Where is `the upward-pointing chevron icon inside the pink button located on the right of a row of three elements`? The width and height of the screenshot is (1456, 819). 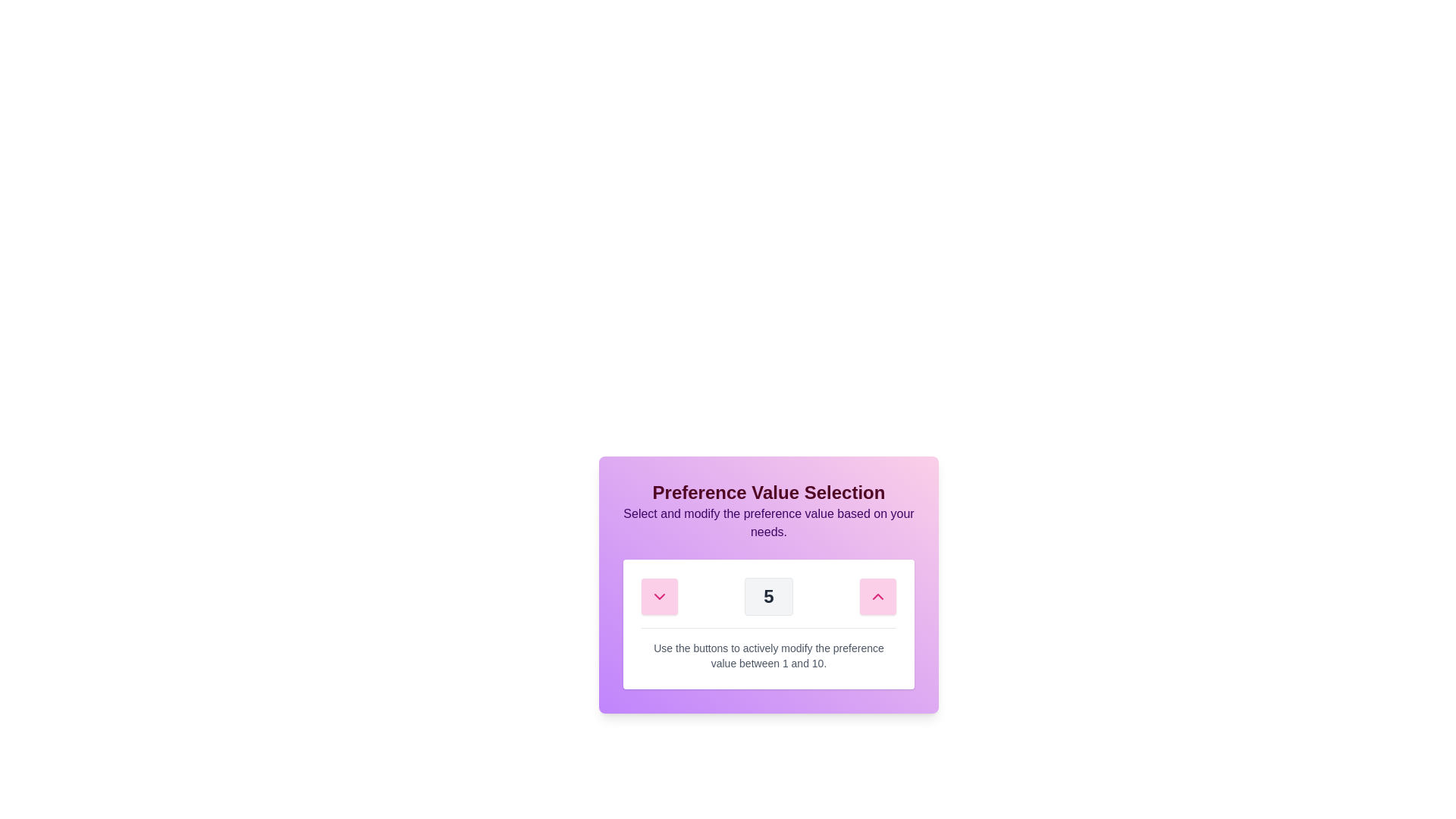
the upward-pointing chevron icon inside the pink button located on the right of a row of three elements is located at coordinates (877, 595).